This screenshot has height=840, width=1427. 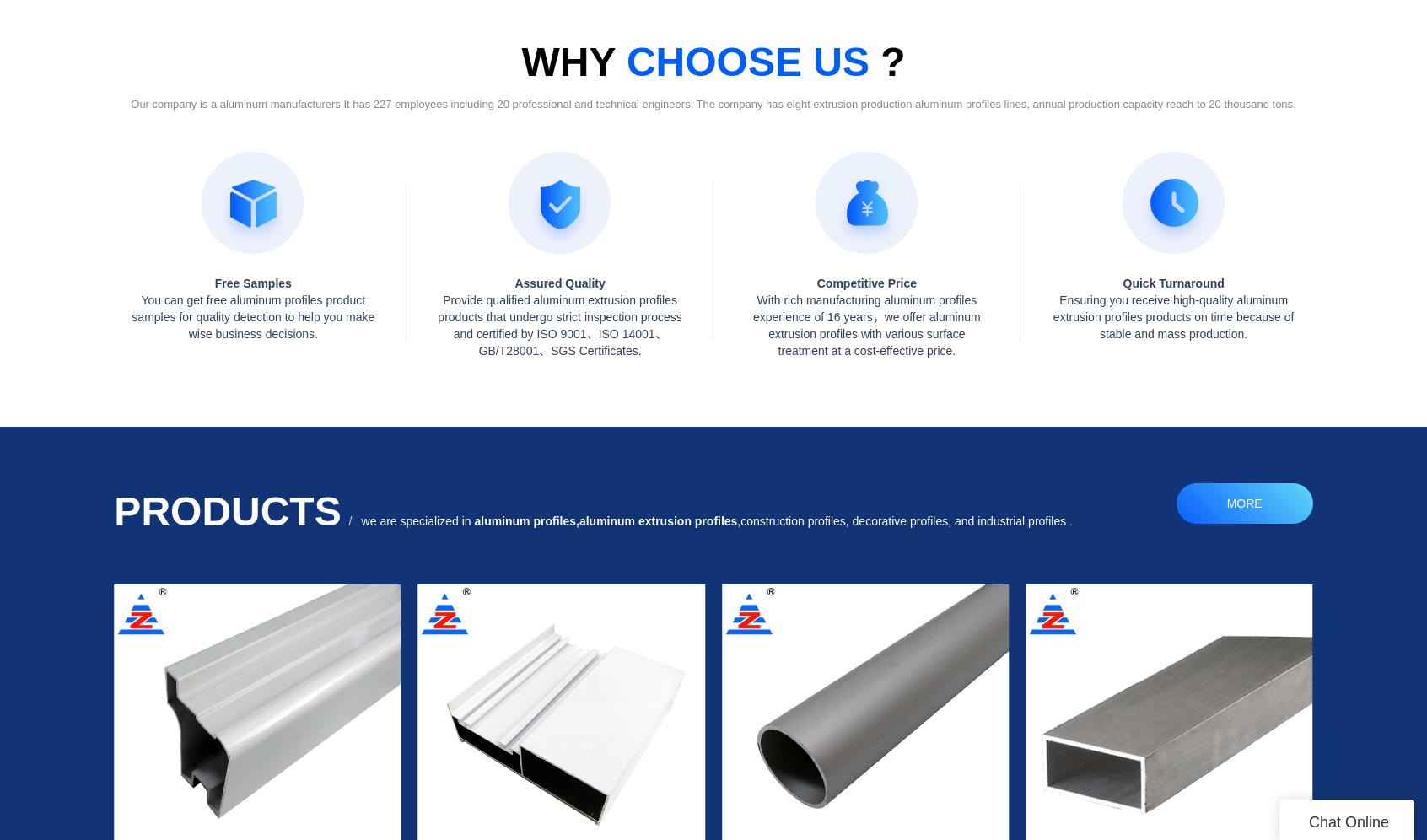 What do you see at coordinates (131, 315) in the screenshot?
I see `'You can get free aluminum profiles product samples for quality detection to help you make wise business decisions.'` at bounding box center [131, 315].